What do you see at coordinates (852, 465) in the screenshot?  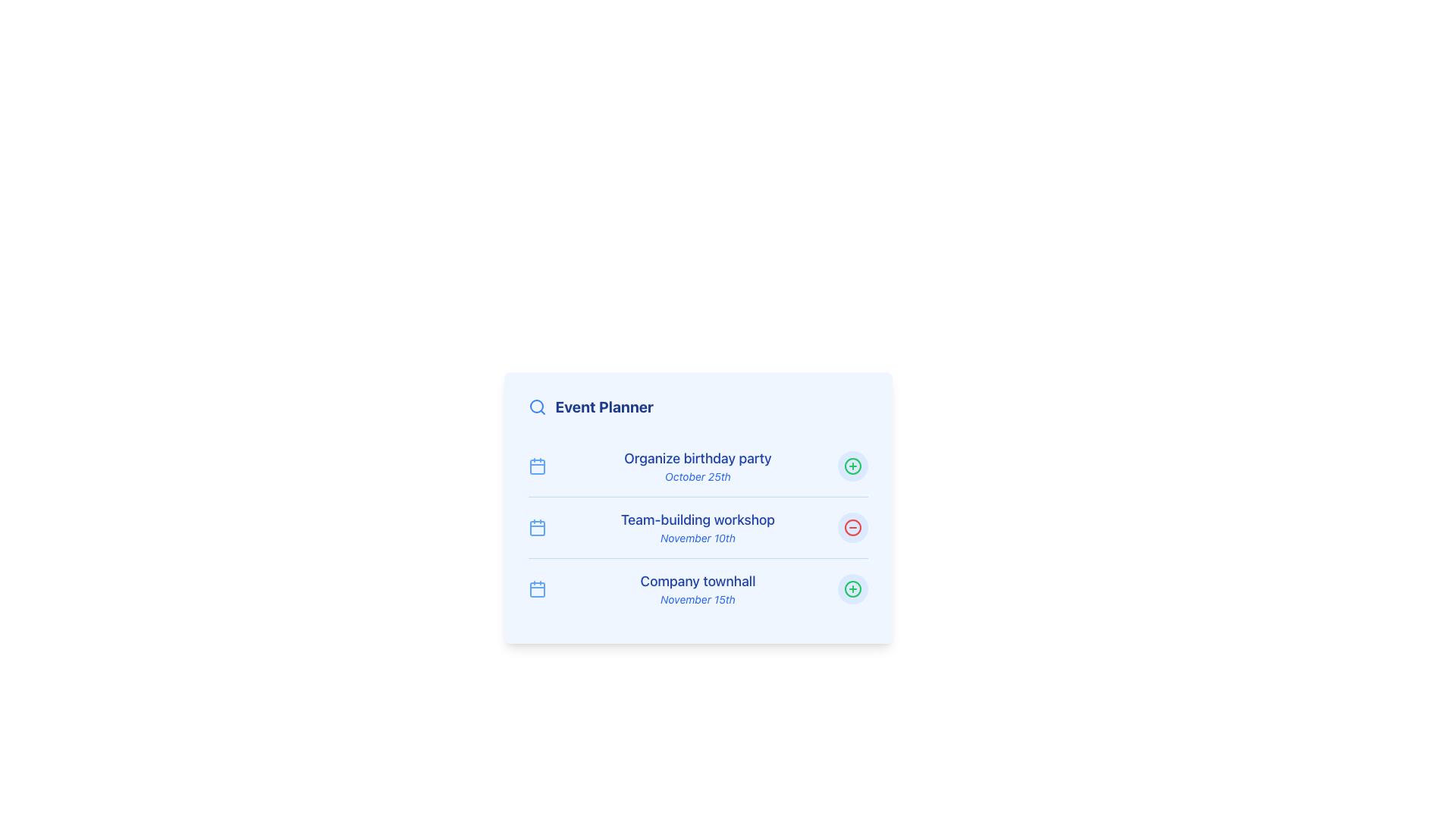 I see `the circular icon with a green outline located next to the 'Company townhall' row in the Event Planner list` at bounding box center [852, 465].